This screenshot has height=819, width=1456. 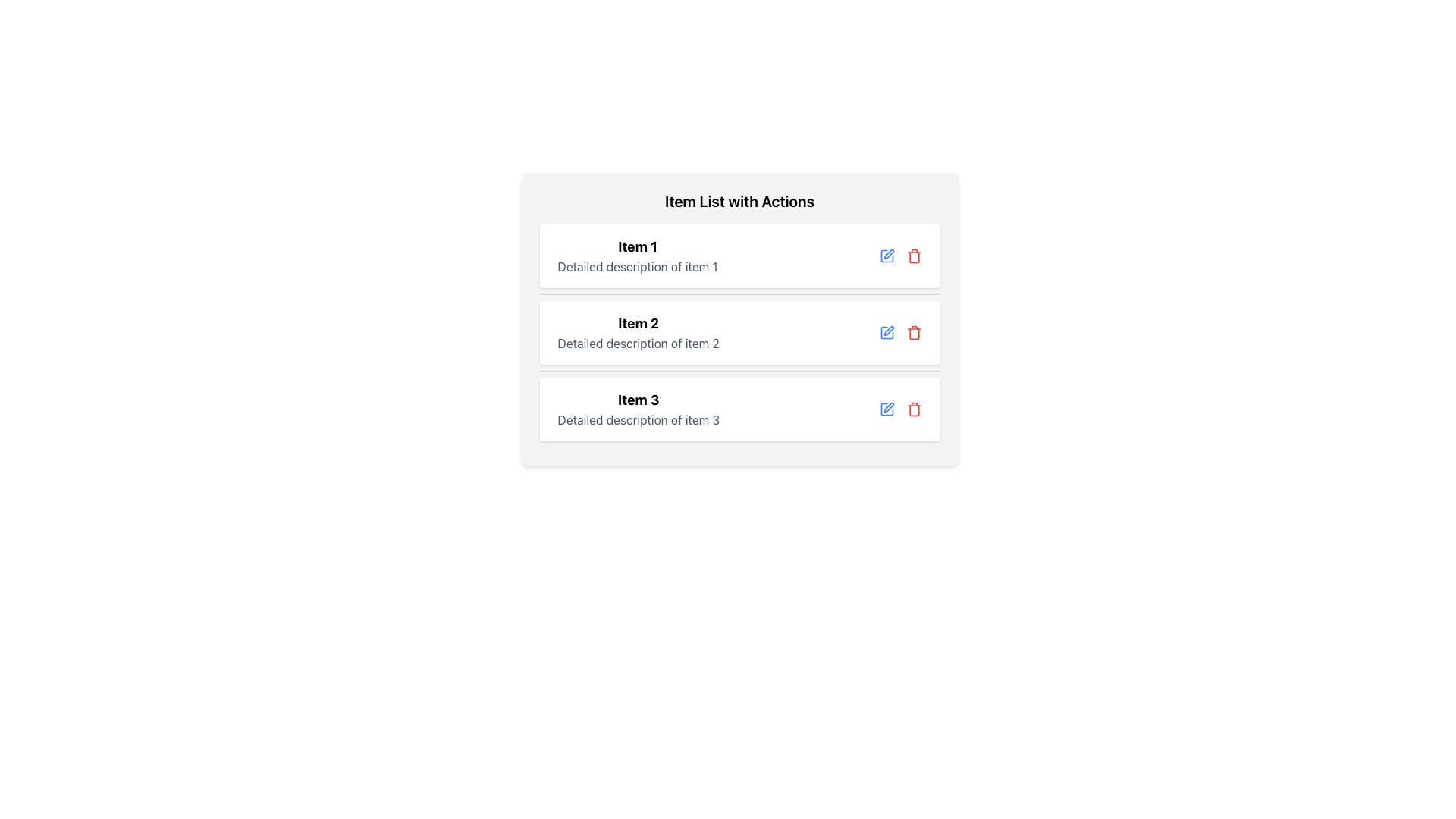 What do you see at coordinates (886, 409) in the screenshot?
I see `the interactive blue-colored pen icon located in the actions section of 'Item 3' for keyboard navigation` at bounding box center [886, 409].